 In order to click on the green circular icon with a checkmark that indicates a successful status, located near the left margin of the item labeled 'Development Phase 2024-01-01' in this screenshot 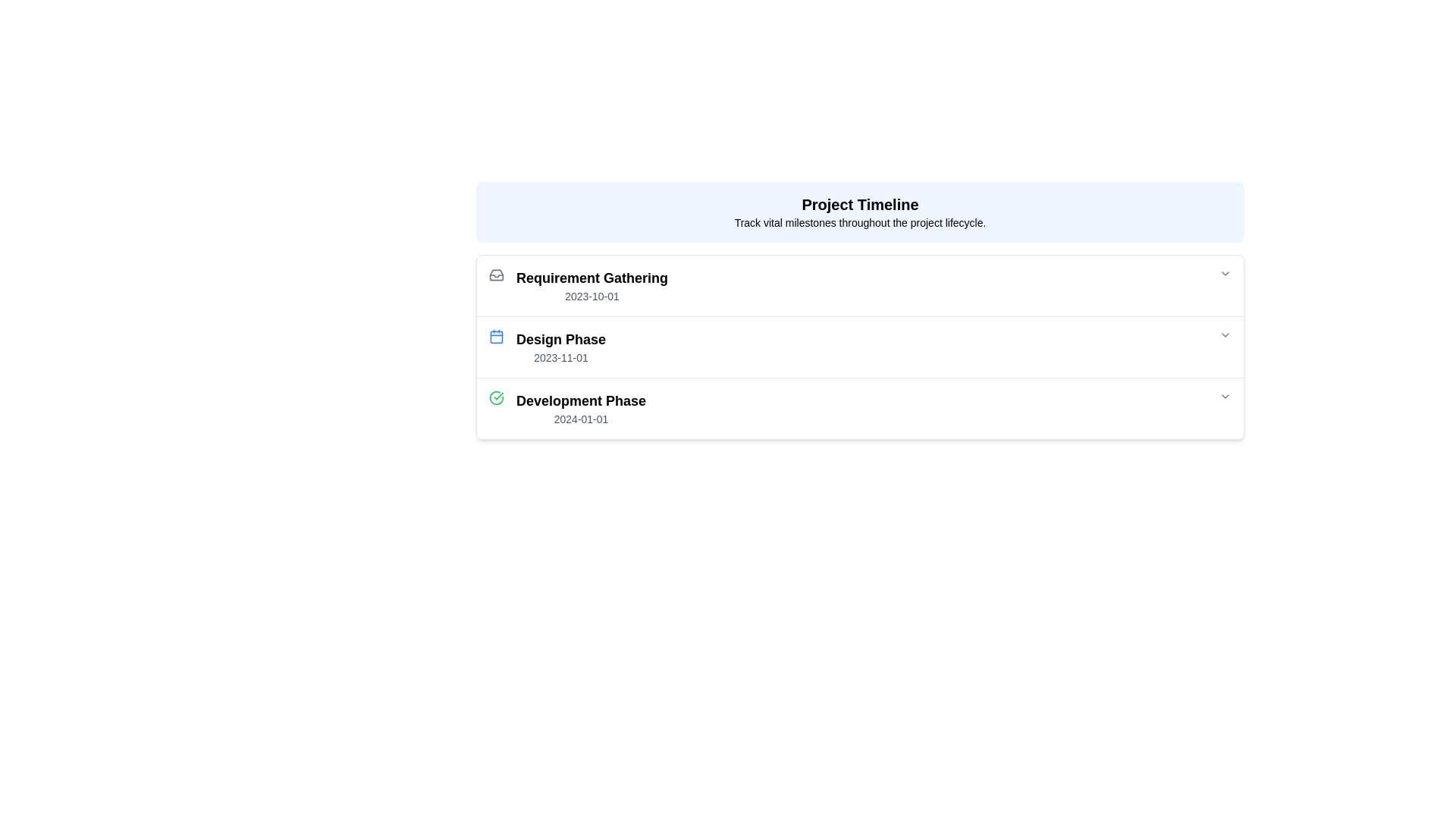, I will do `click(496, 408)`.